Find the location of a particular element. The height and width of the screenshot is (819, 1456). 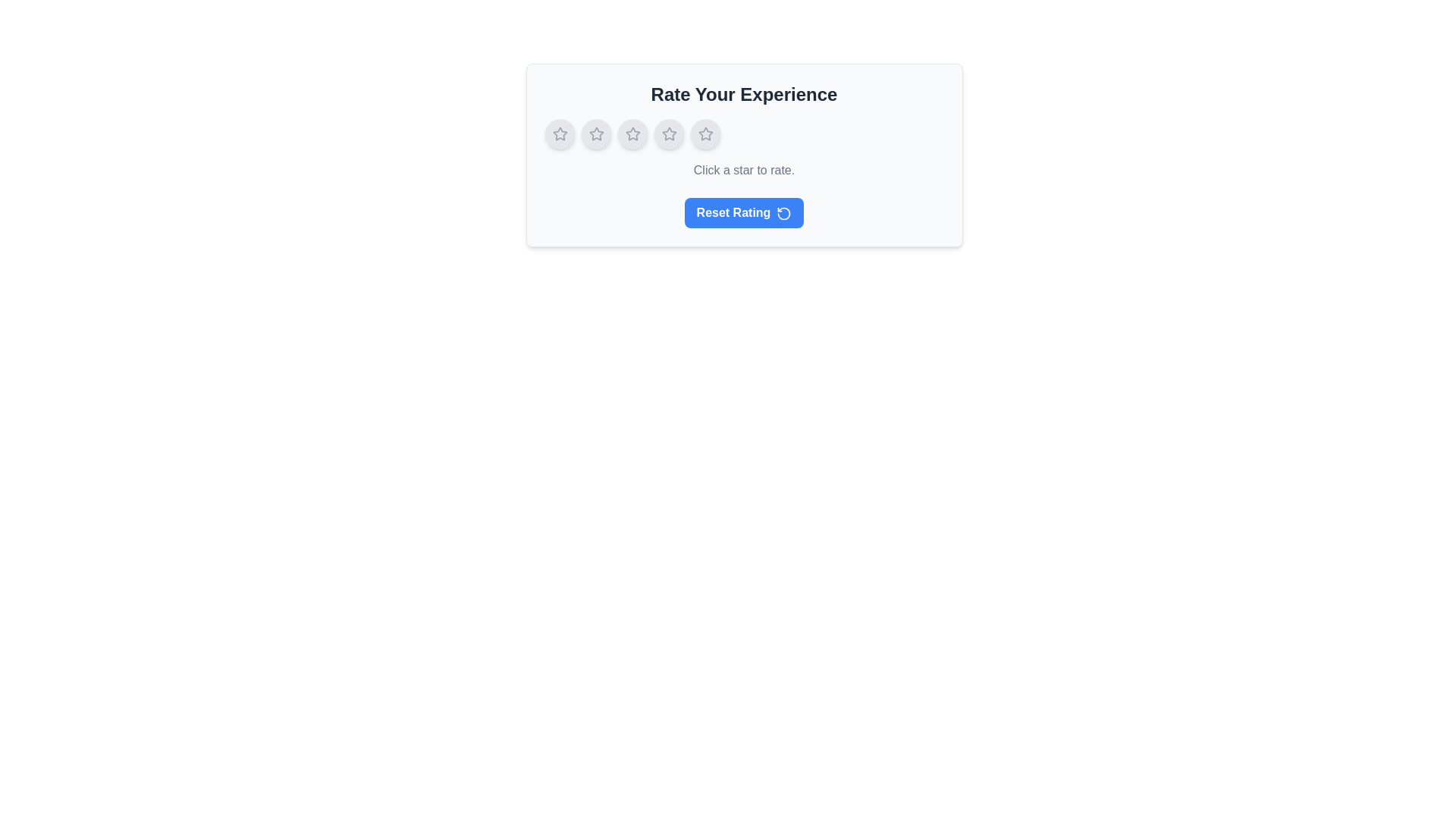

the first star-shaped icon in the rating selection mechanism, which represents the lowest level of the rating scale is located at coordinates (559, 133).